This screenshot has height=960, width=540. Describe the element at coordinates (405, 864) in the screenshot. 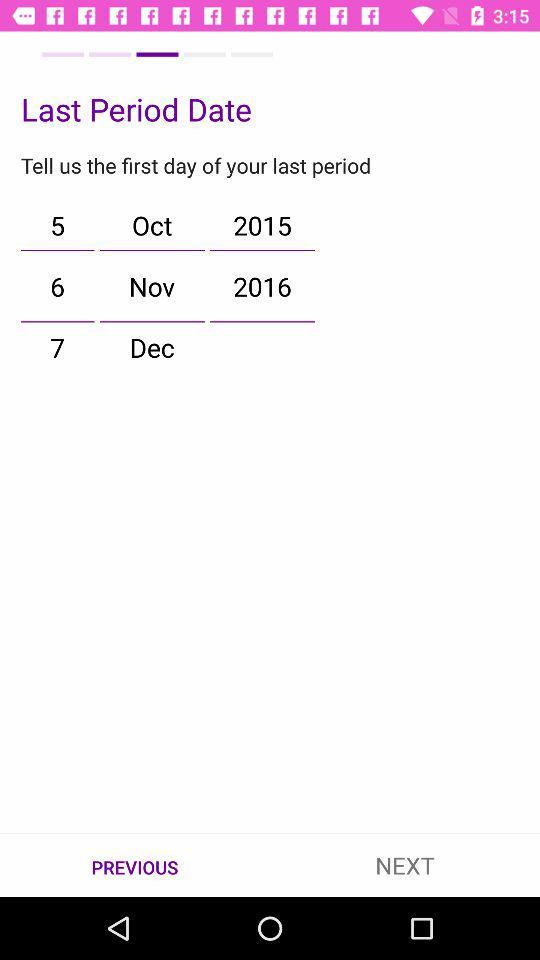

I see `the icon next to previous icon` at that location.